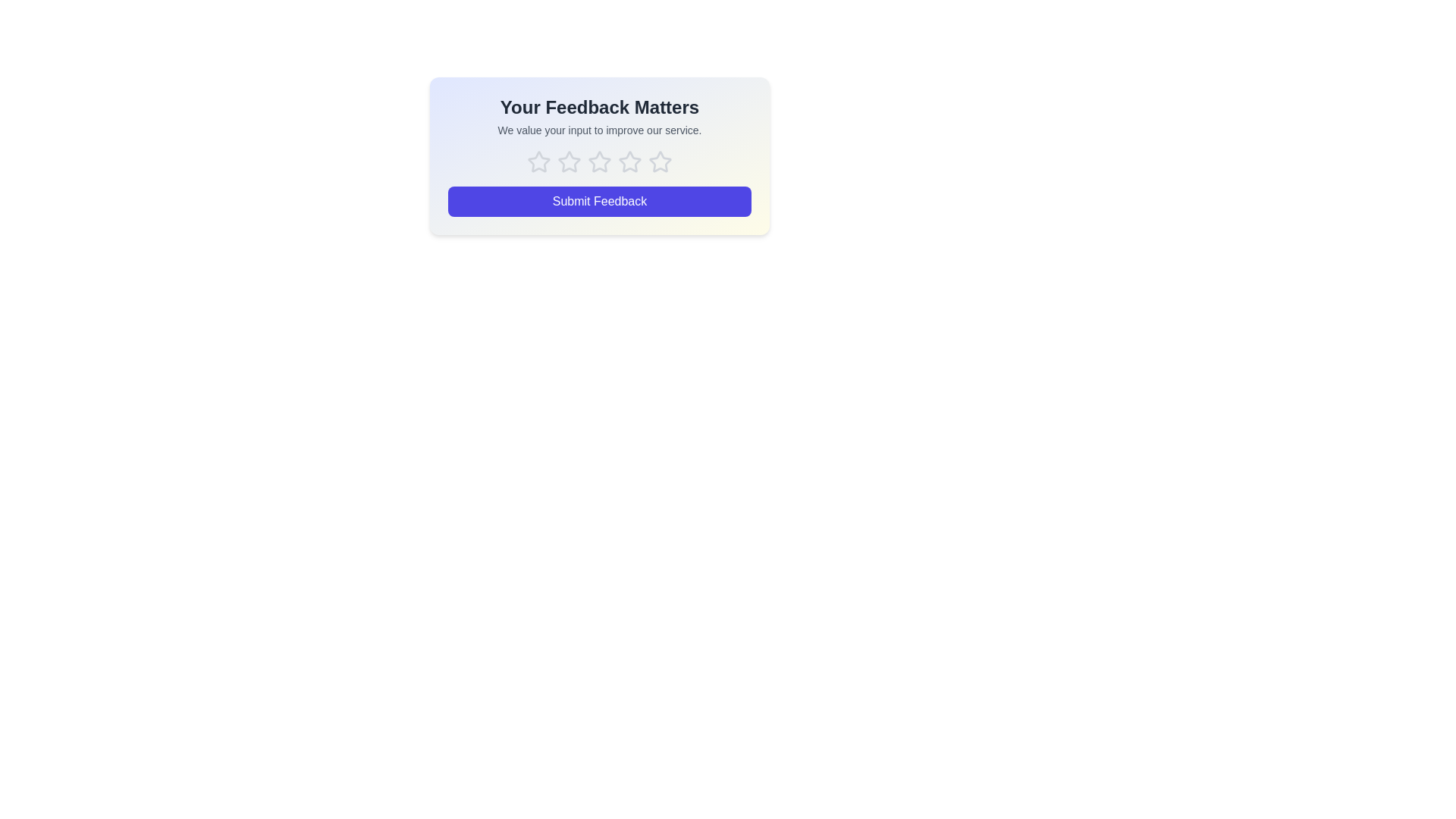 Image resolution: width=1456 pixels, height=819 pixels. Describe the element at coordinates (629, 162) in the screenshot. I see `the fourth star icon in the rating system` at that location.